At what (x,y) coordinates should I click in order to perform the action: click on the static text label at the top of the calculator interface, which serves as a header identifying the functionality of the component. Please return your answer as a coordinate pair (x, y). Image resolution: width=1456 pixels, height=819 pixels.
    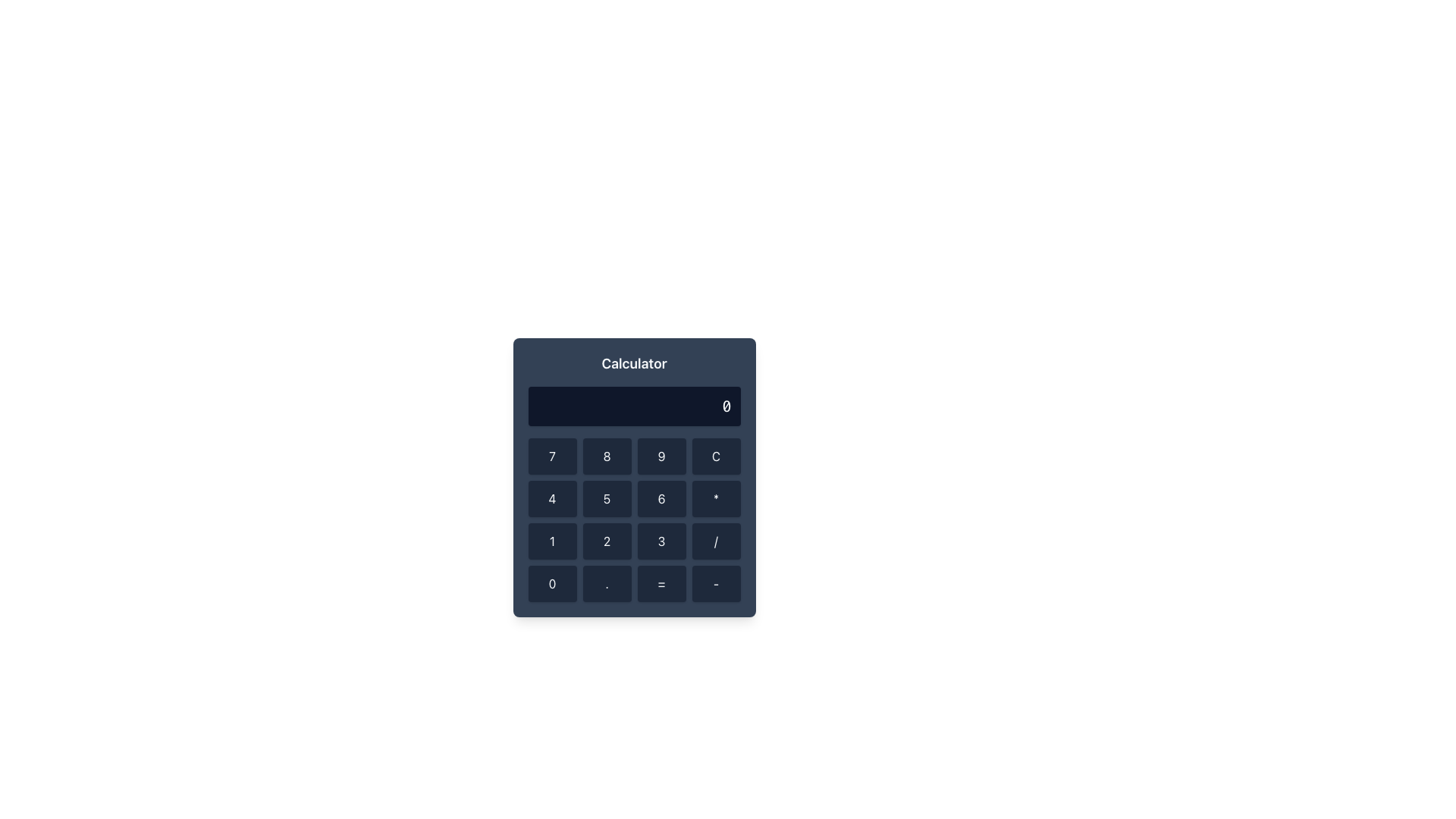
    Looking at the image, I should click on (634, 363).